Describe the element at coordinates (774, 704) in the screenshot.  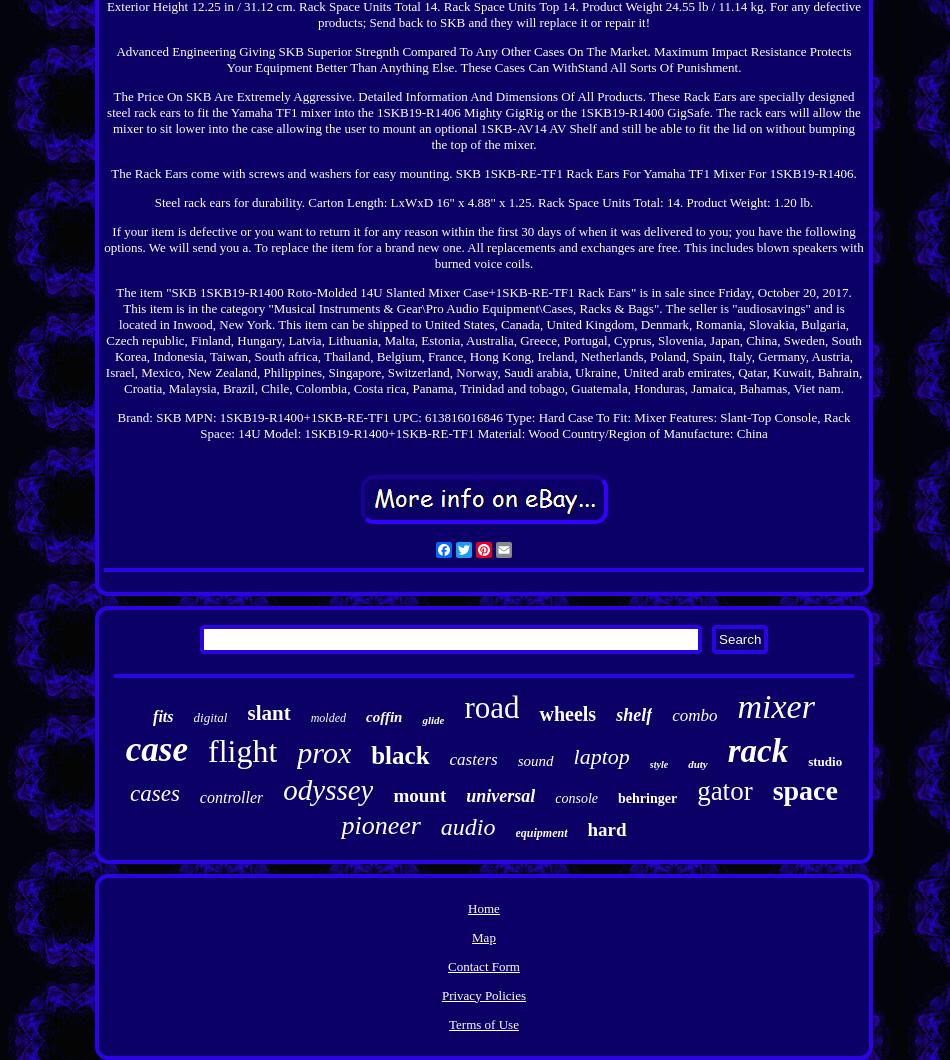
I see `'mixer'` at that location.